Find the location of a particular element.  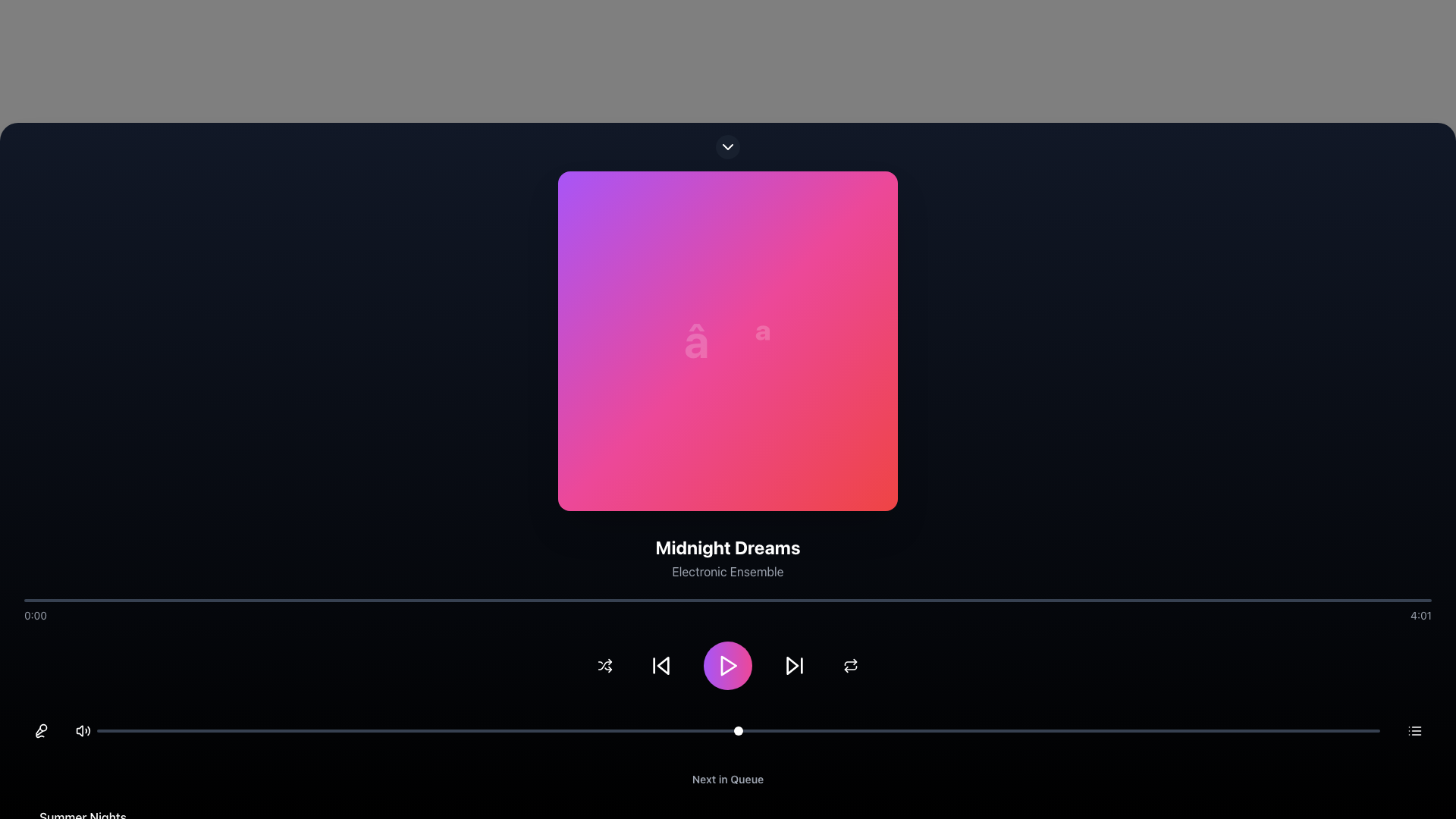

the left-pointing triangle icon button, which is the second element from the left in the playback controls, to skip to the previous track is located at coordinates (661, 665).